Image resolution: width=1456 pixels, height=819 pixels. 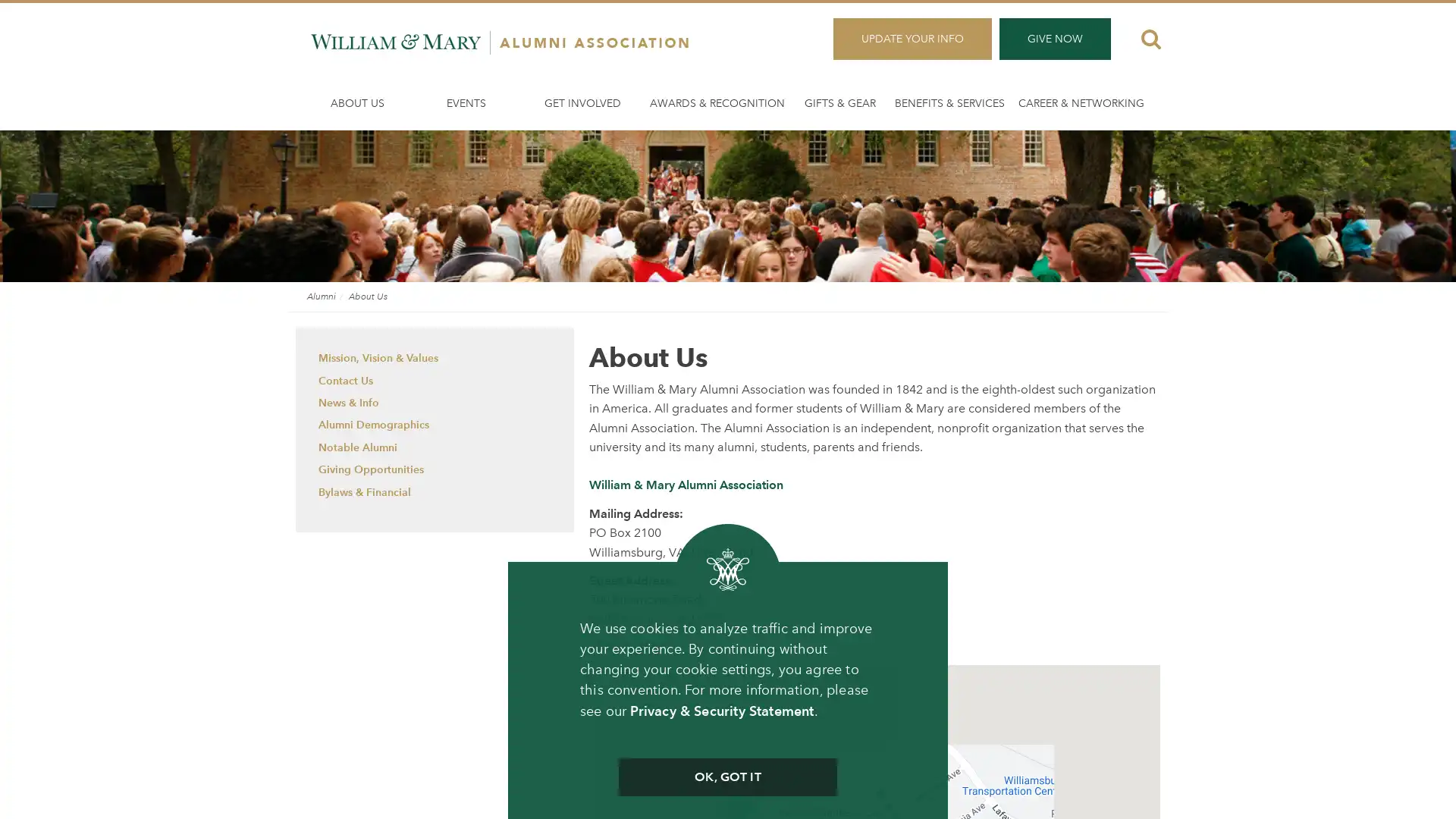 What do you see at coordinates (726, 777) in the screenshot?
I see `OK, GOT IT` at bounding box center [726, 777].